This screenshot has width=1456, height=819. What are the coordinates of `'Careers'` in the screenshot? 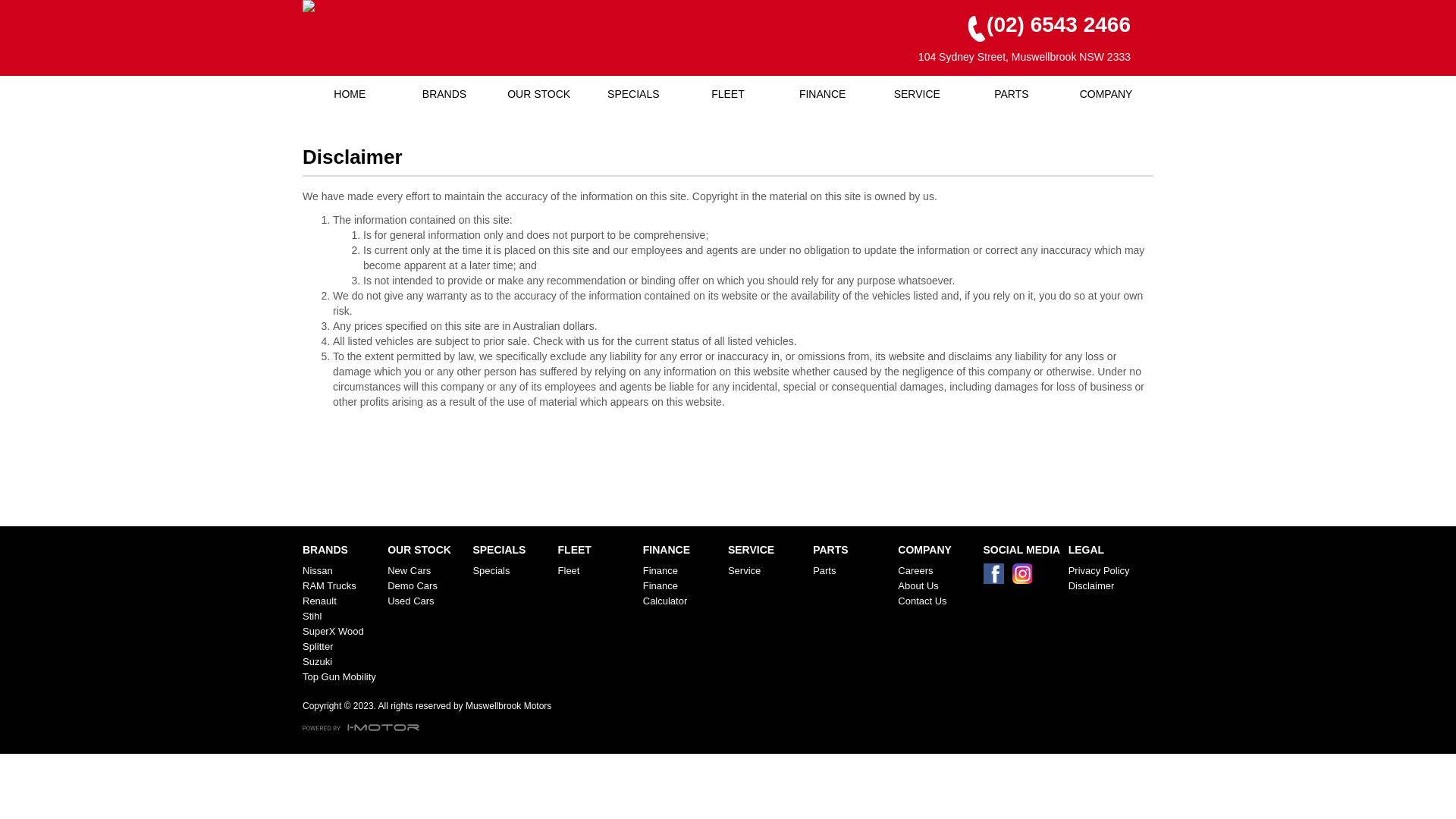 It's located at (937, 570).